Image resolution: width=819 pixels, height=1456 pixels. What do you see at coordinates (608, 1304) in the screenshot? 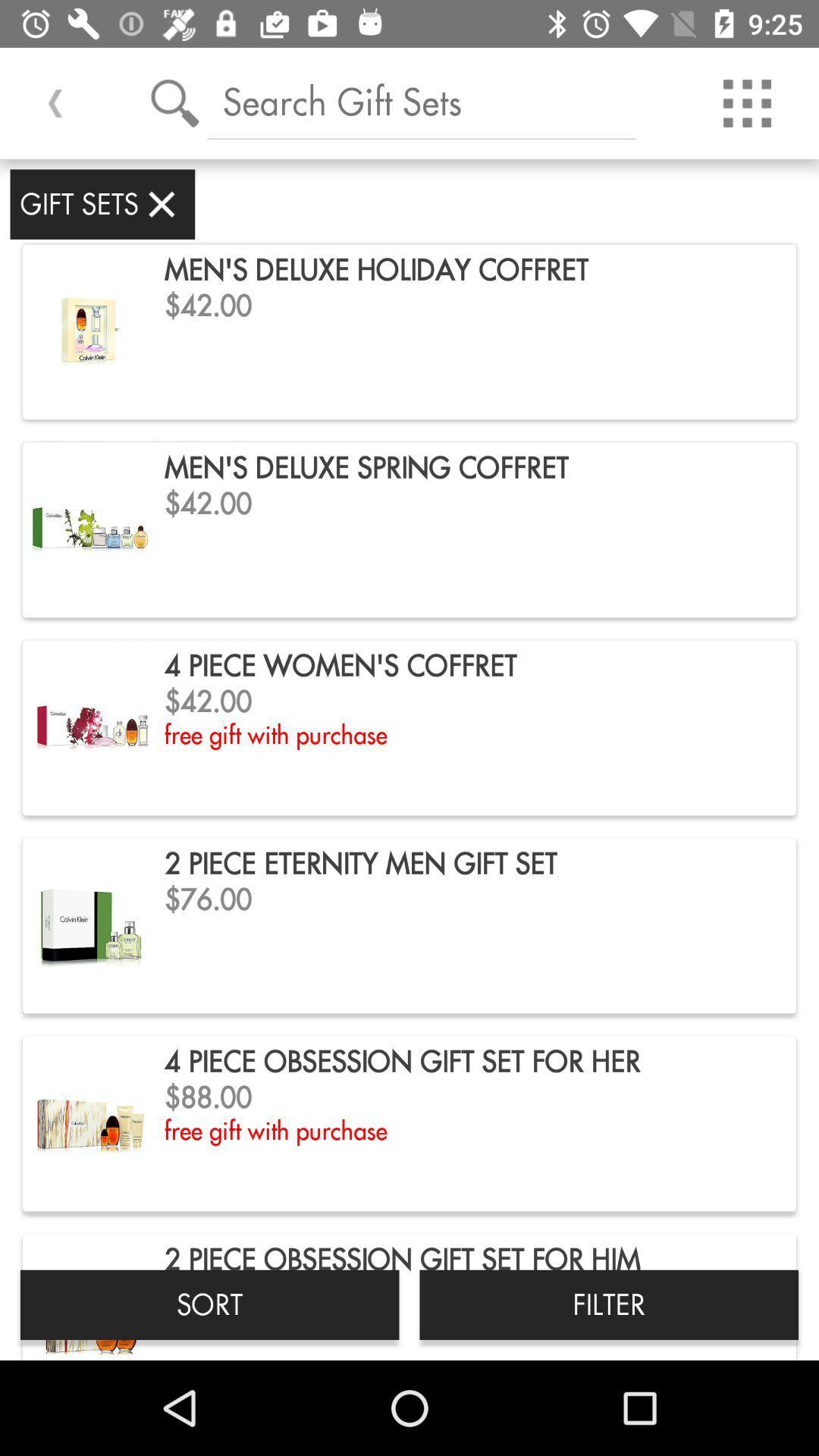
I see `the filter icon` at bounding box center [608, 1304].